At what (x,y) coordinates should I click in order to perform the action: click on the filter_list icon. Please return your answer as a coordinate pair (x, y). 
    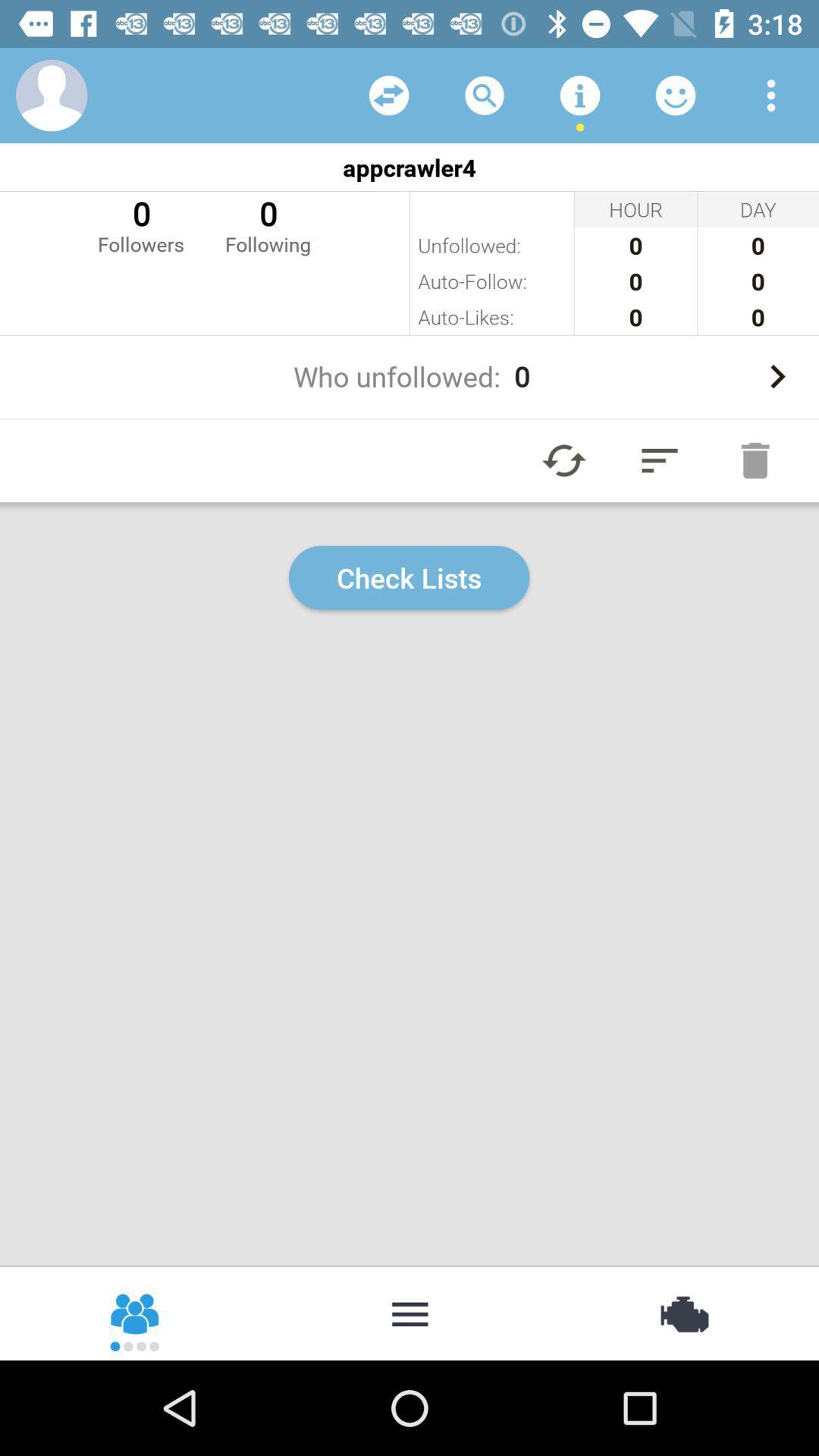
    Looking at the image, I should click on (659, 460).